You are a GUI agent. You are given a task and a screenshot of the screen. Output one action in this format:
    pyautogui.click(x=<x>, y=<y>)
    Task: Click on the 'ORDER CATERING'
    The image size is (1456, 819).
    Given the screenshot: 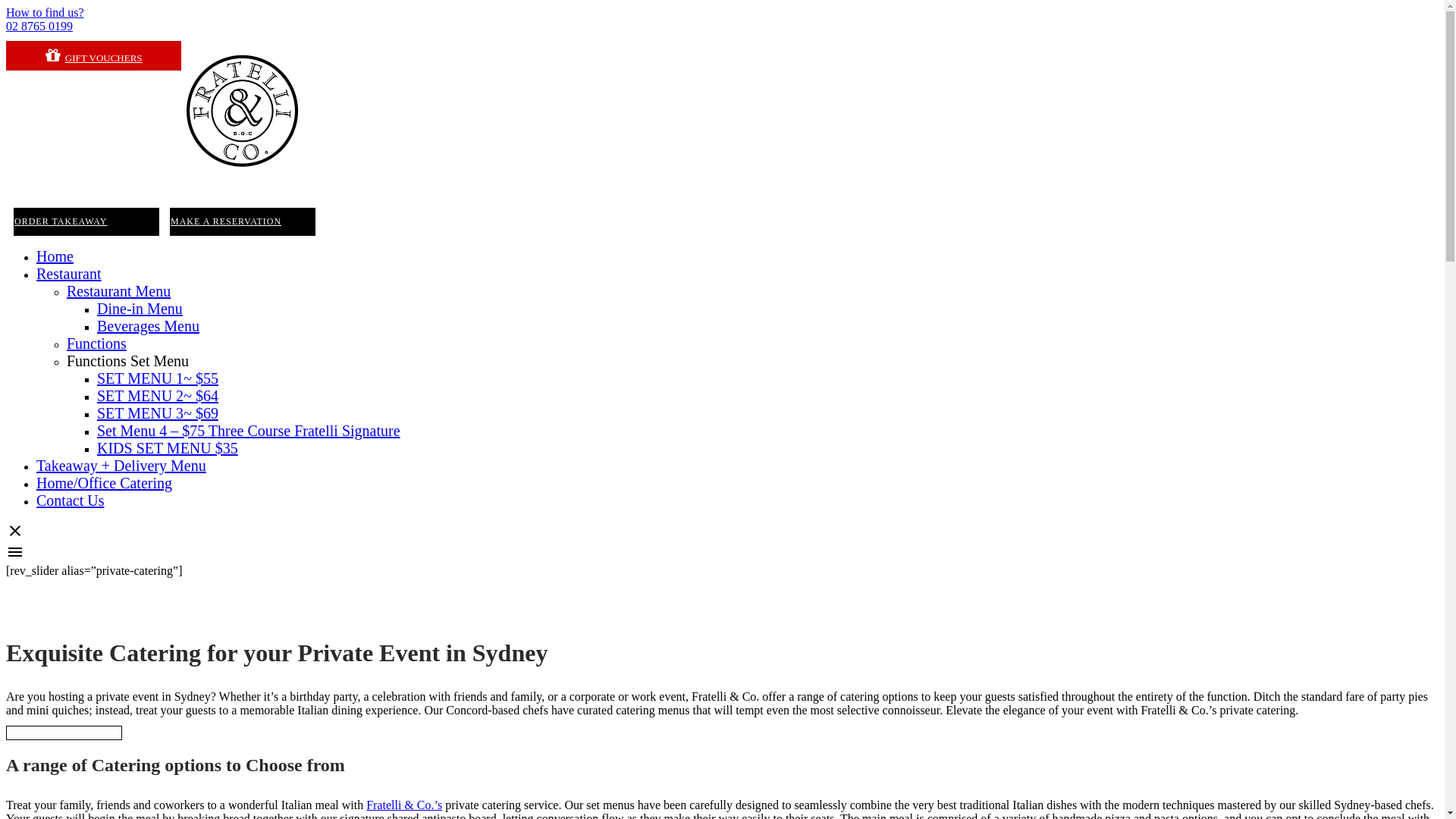 What is the action you would take?
    pyautogui.click(x=63, y=732)
    